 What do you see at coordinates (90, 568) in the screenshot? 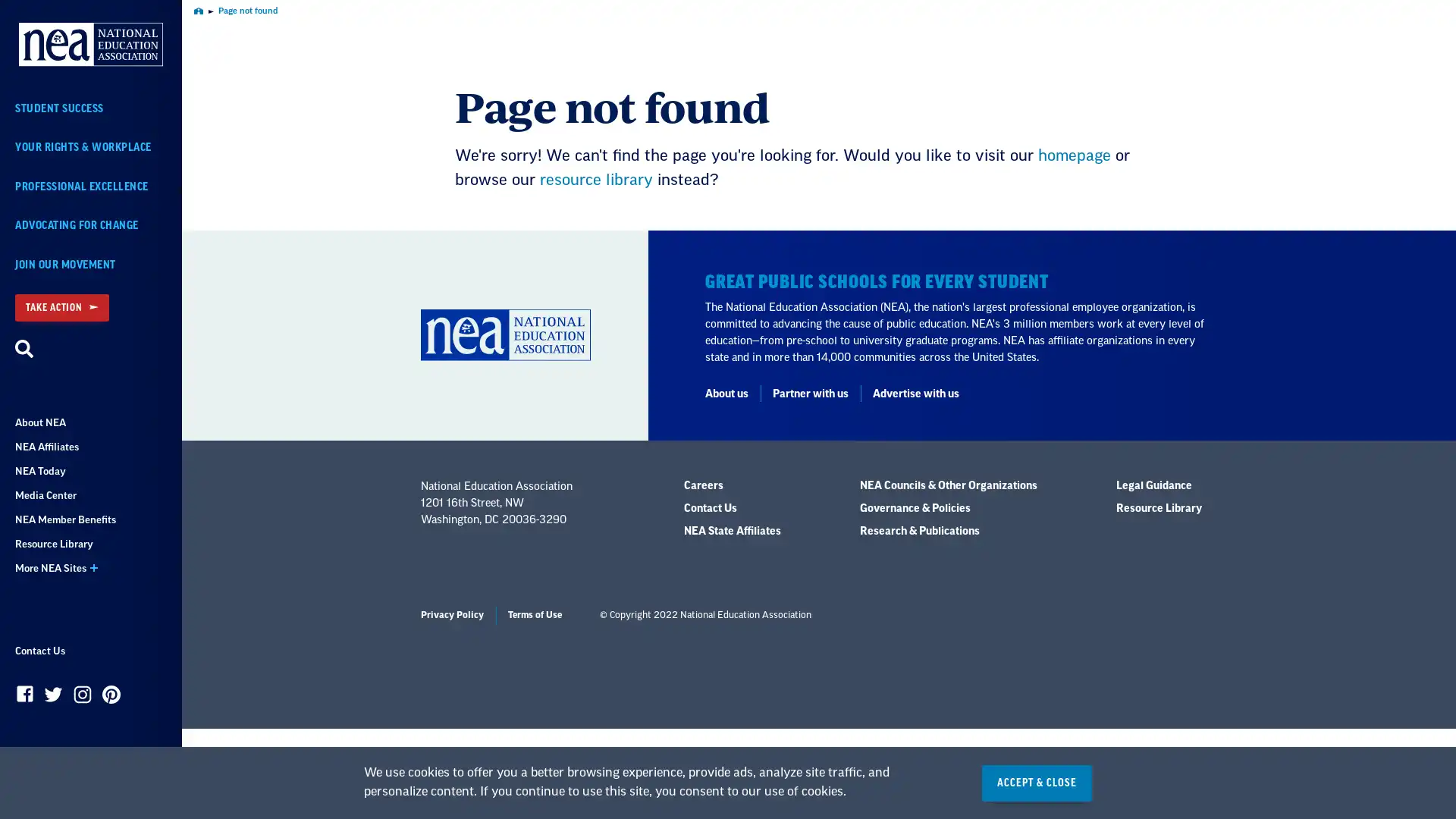
I see `More NEA Sites` at bounding box center [90, 568].